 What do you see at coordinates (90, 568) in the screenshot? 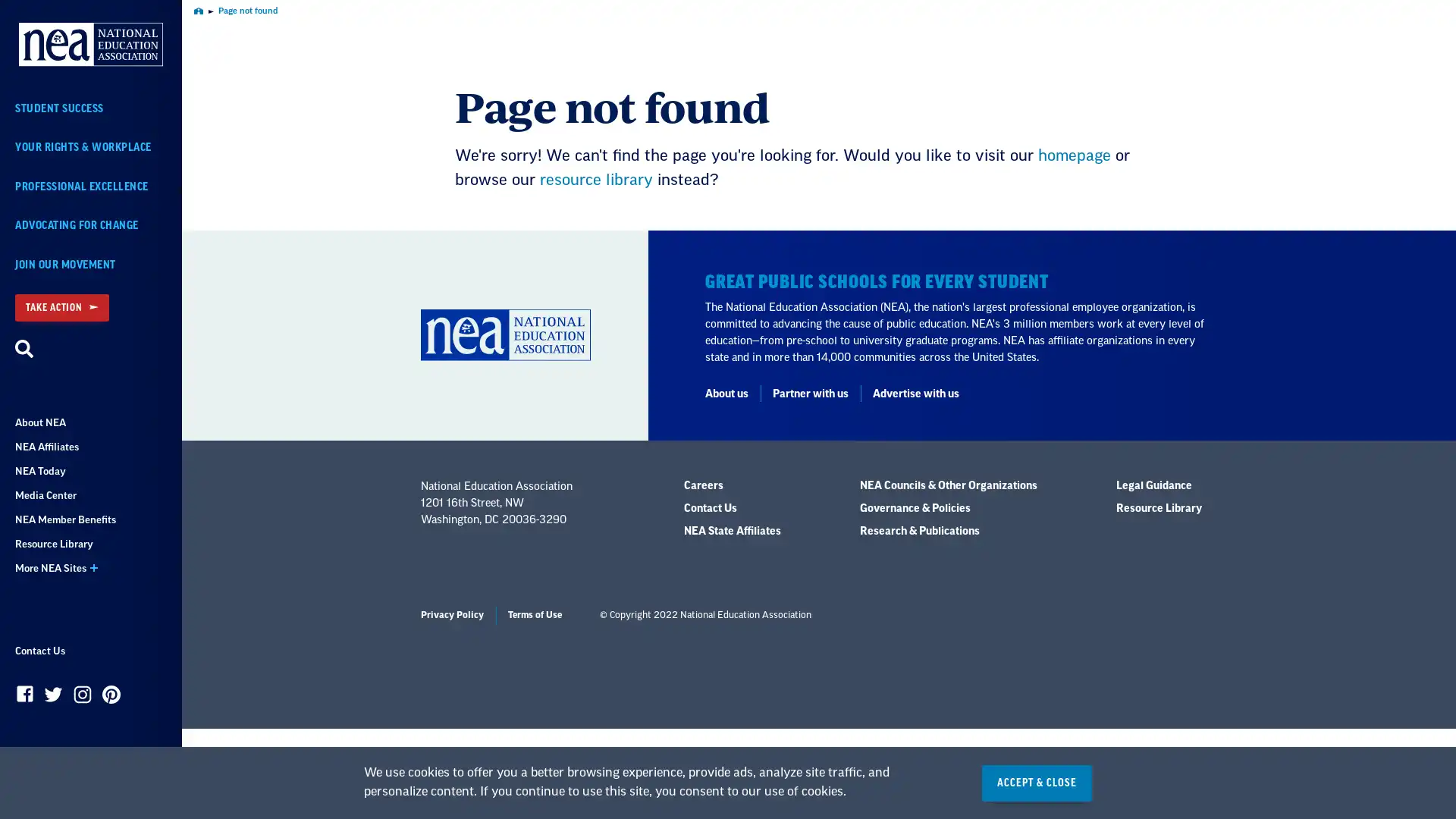
I see `More NEA Sites` at bounding box center [90, 568].